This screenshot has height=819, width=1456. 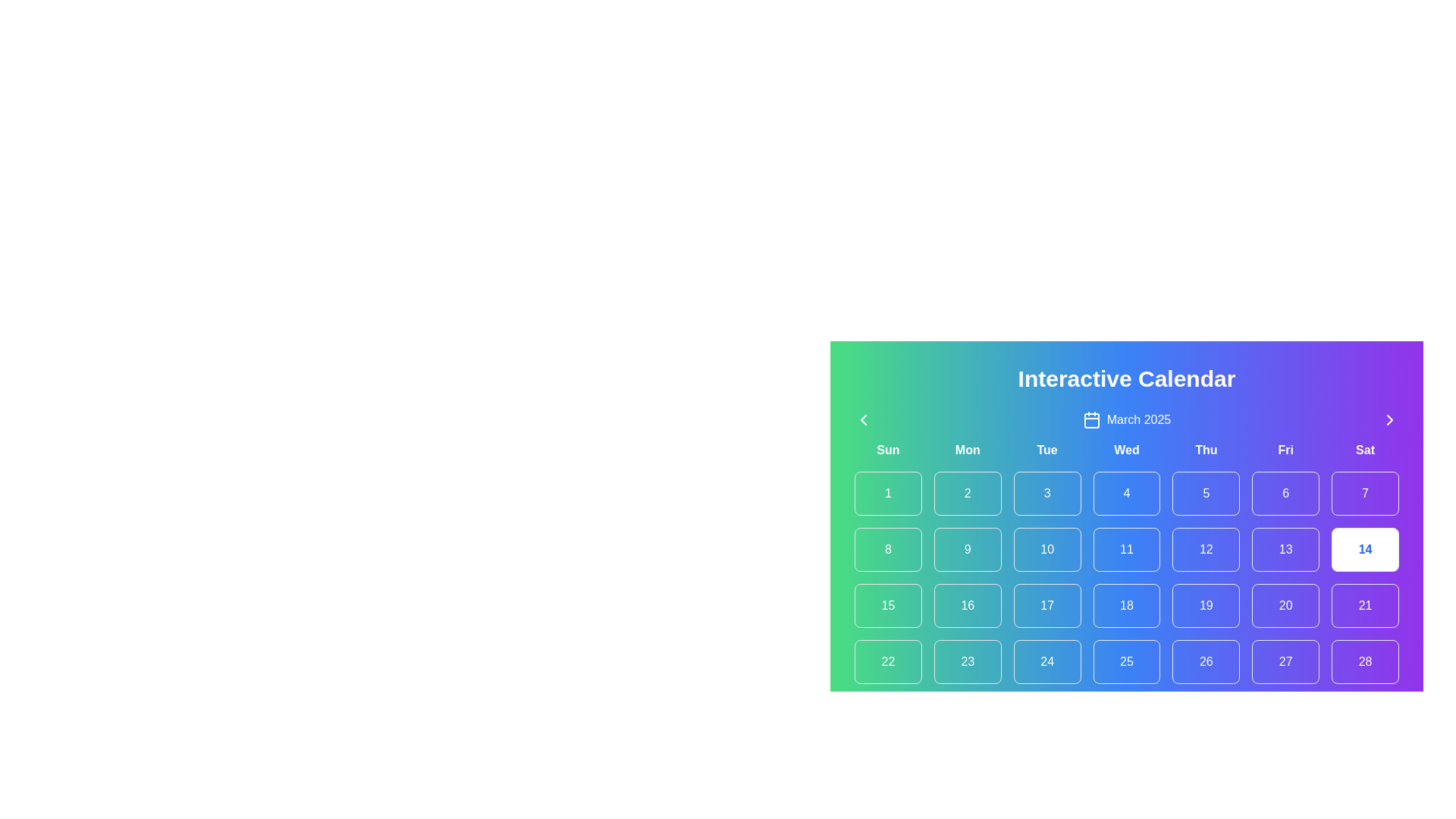 I want to click on the calendar day button labeled '1' with a green background, so click(x=888, y=494).